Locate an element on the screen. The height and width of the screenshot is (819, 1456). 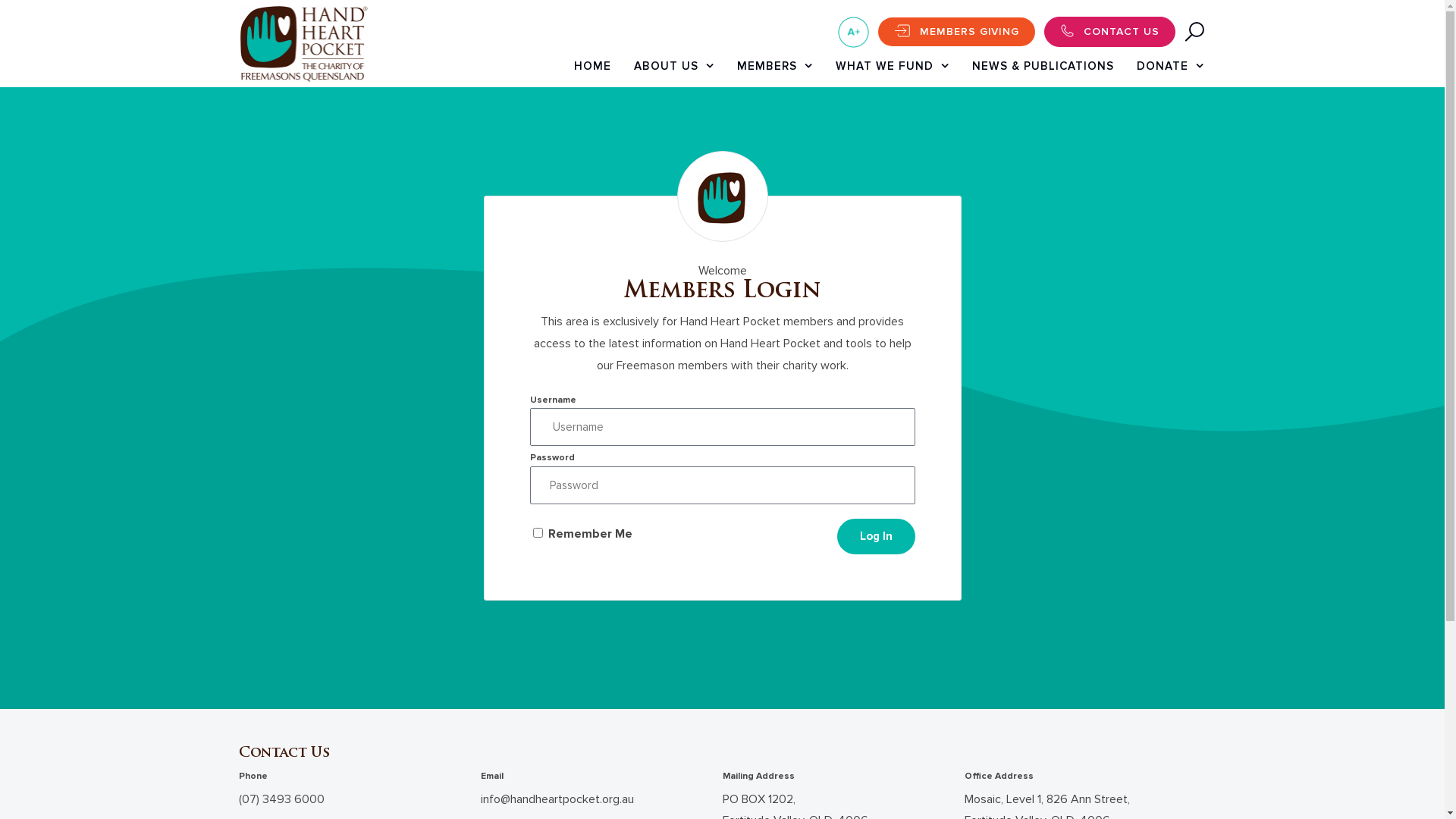
'DONATE' is located at coordinates (1169, 70).